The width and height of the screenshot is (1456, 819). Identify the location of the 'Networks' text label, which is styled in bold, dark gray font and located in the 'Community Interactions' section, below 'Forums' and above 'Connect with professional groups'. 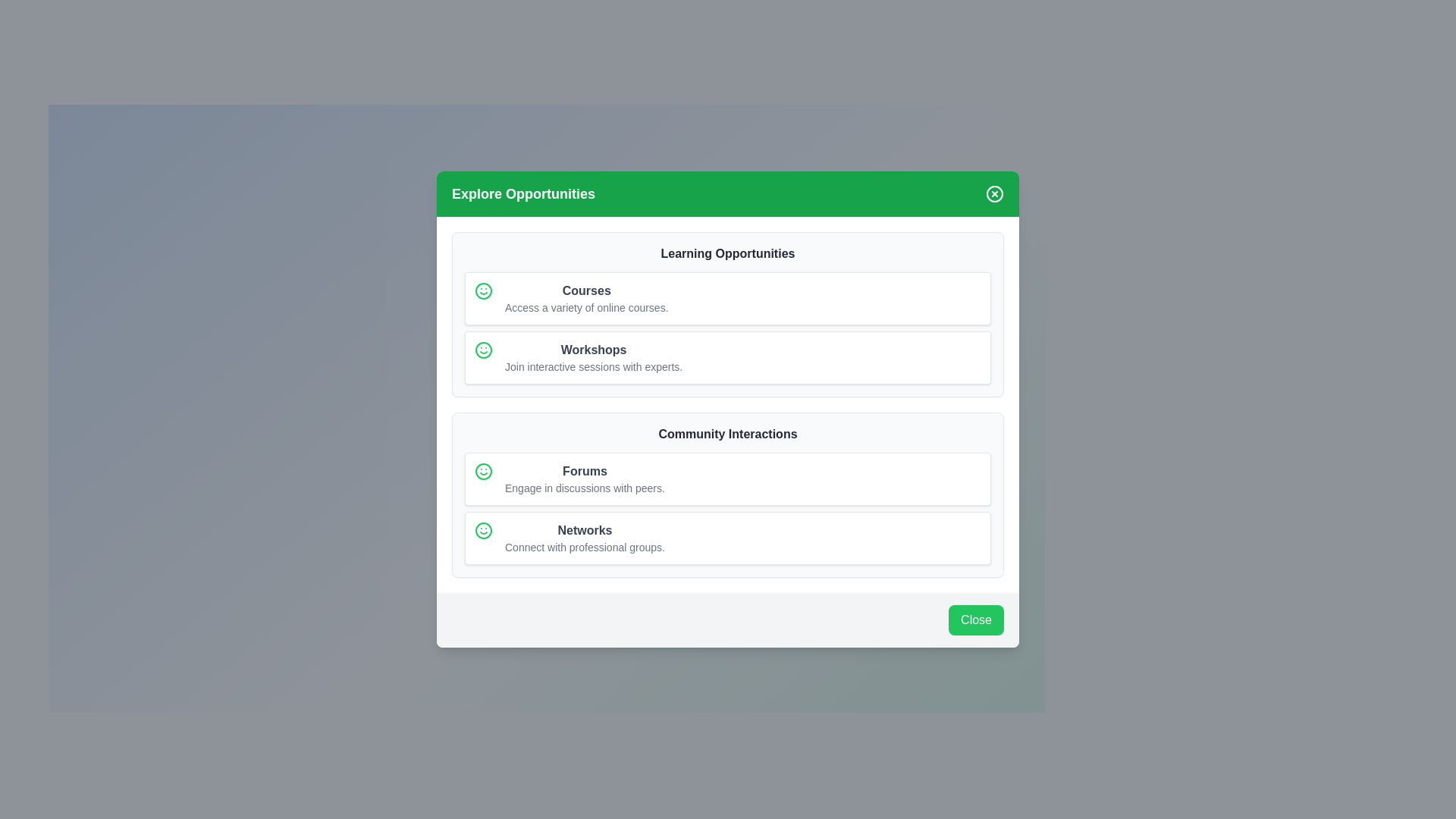
(584, 529).